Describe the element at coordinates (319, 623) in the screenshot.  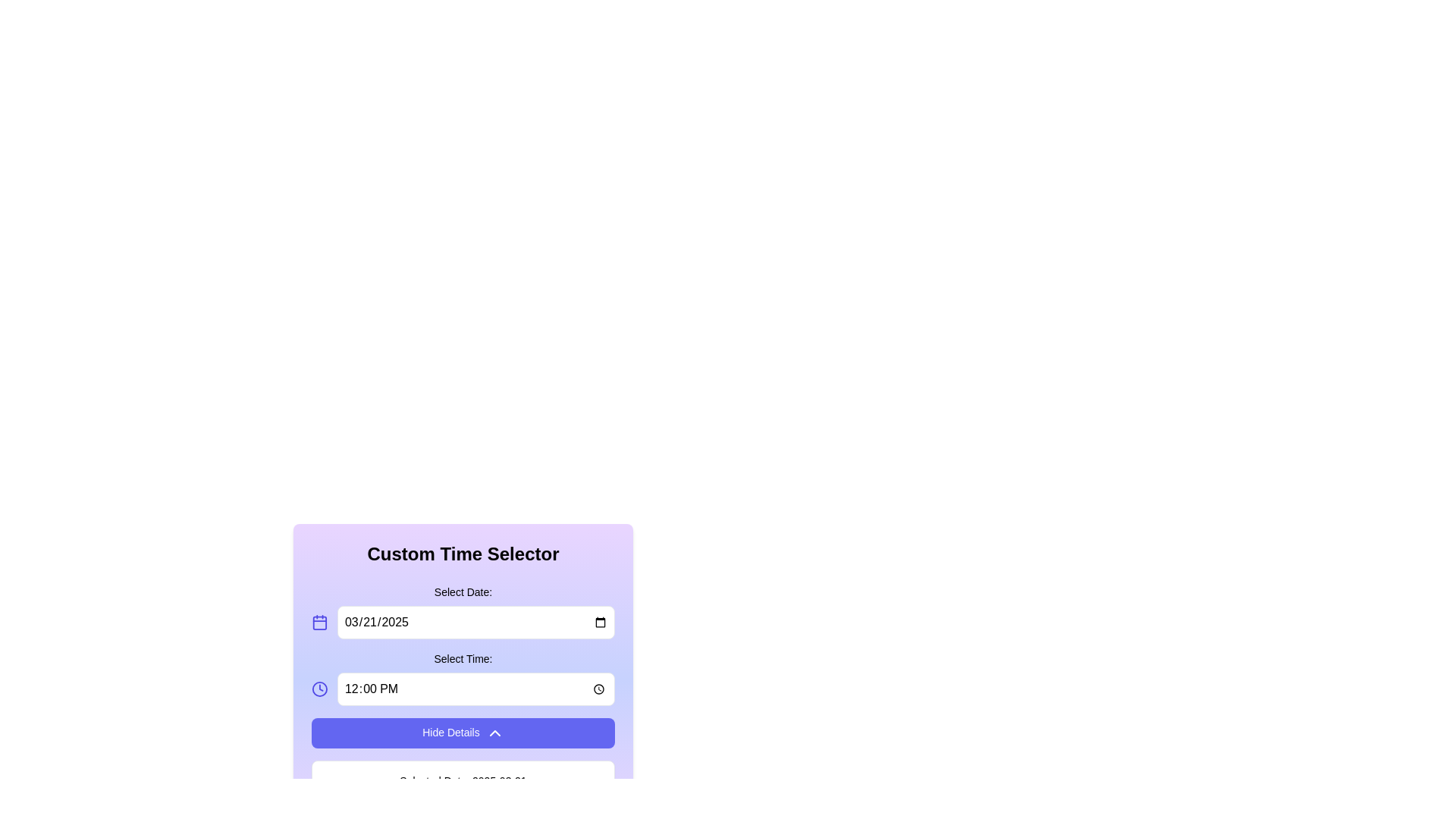
I see `the indigo calendar icon located at the top-left corner of the horizontal group in the 'Custom Time Selector' interface under the 'Select Date' label` at that location.